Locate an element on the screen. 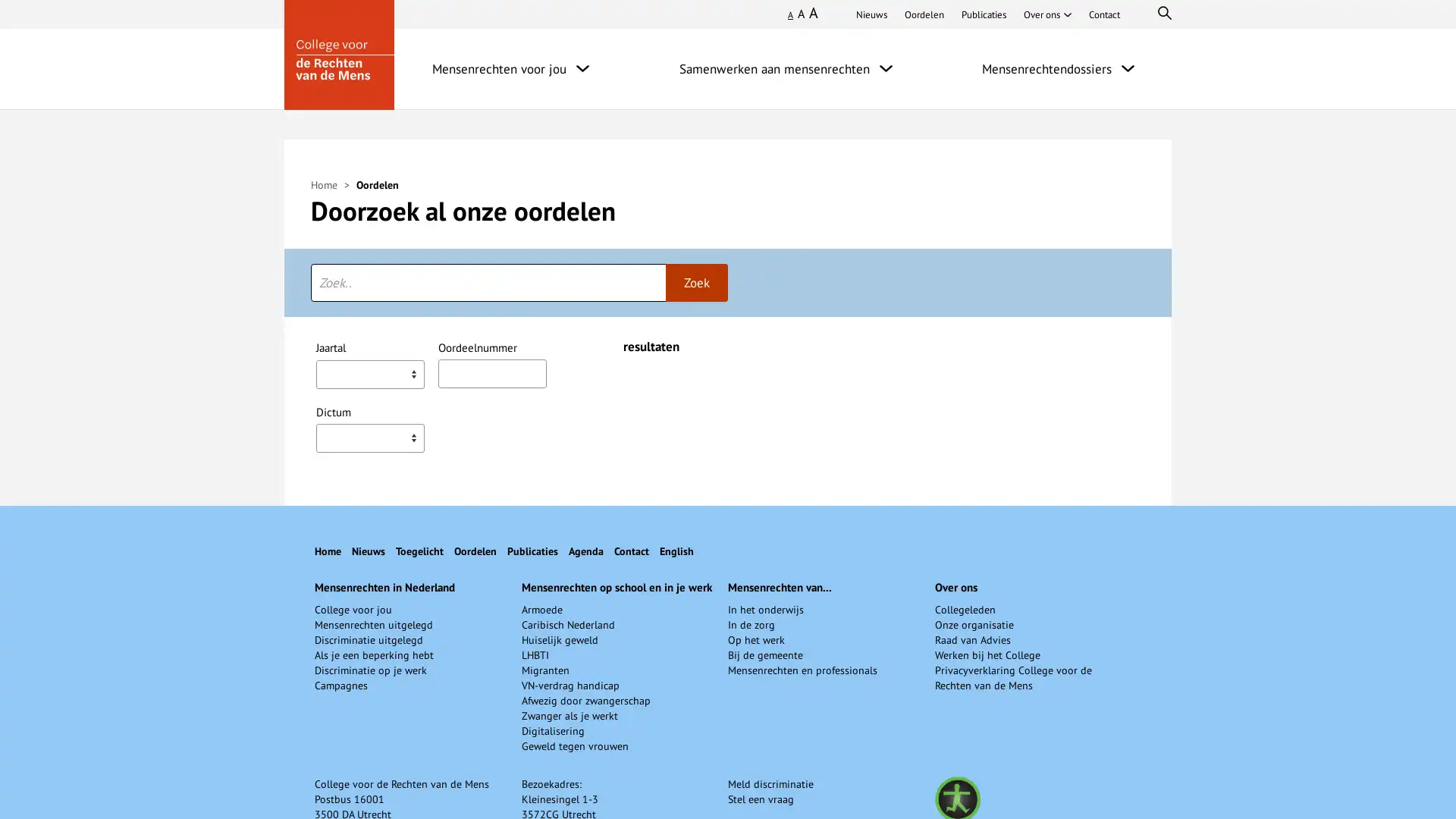 The width and height of the screenshot is (1456, 819). Klein lettertype is located at coordinates (789, 14).